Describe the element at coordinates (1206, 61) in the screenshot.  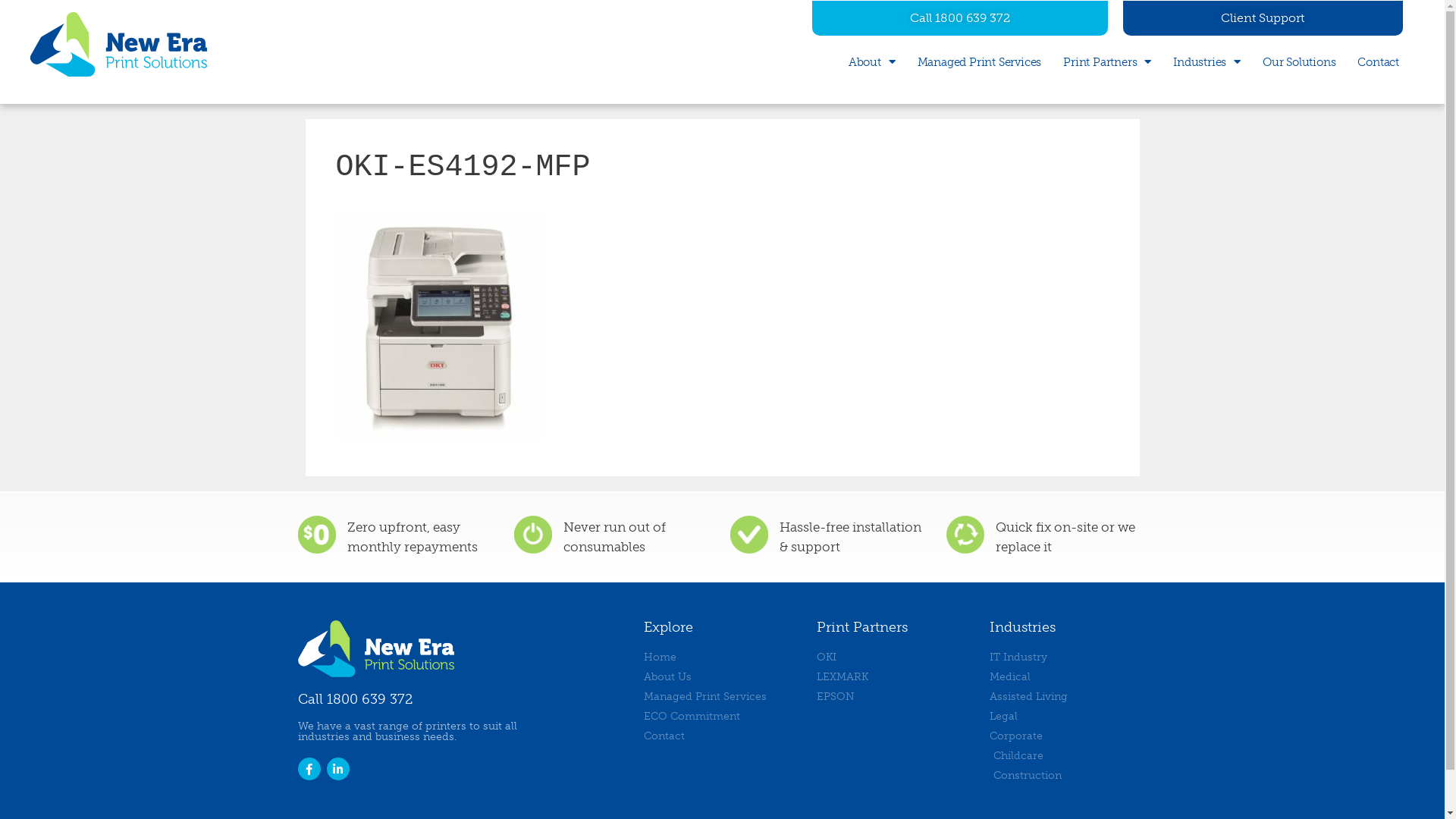
I see `'Industries'` at that location.